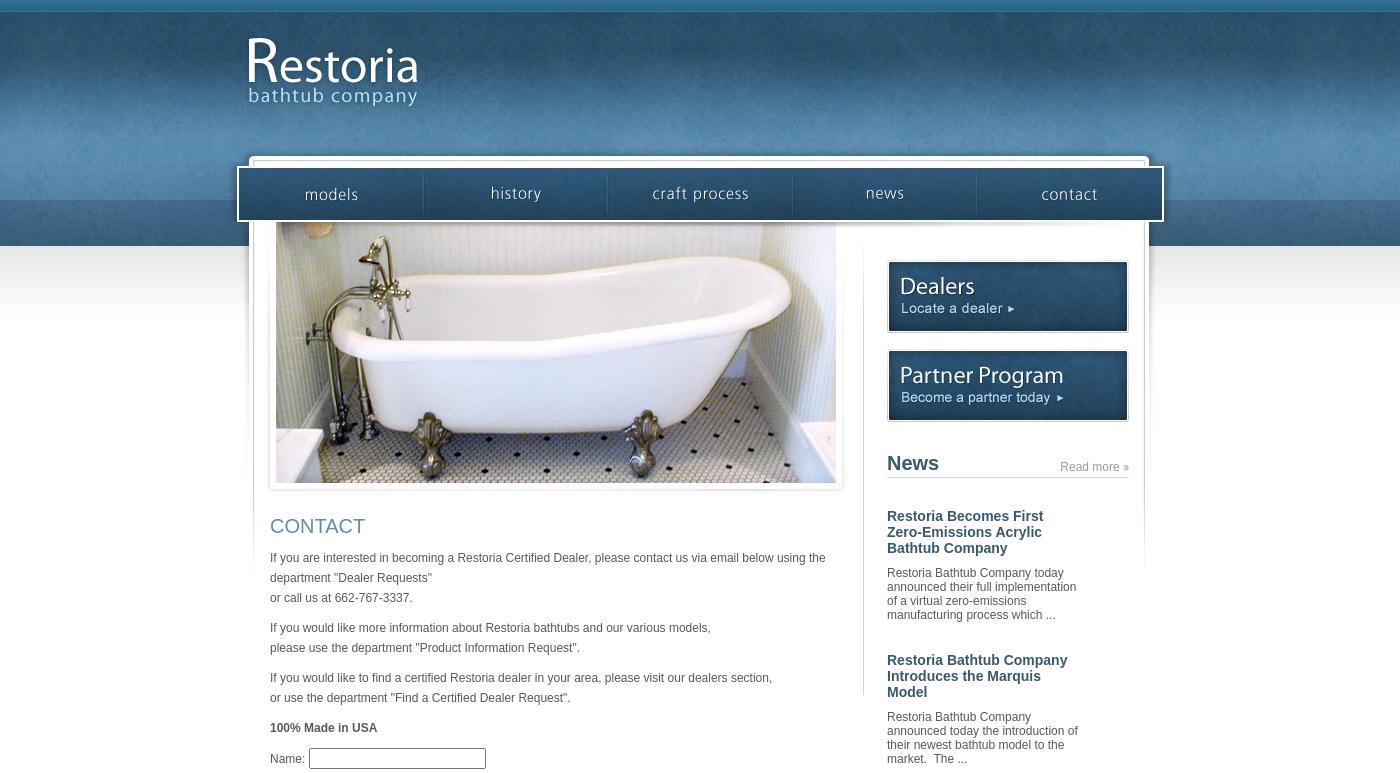 The height and width of the screenshot is (773, 1400). What do you see at coordinates (547, 568) in the screenshot?
I see `'If you are interested in becoming a Restoria Certified Dealer, please contact us via email below using the department "Dealer Requests"'` at bounding box center [547, 568].